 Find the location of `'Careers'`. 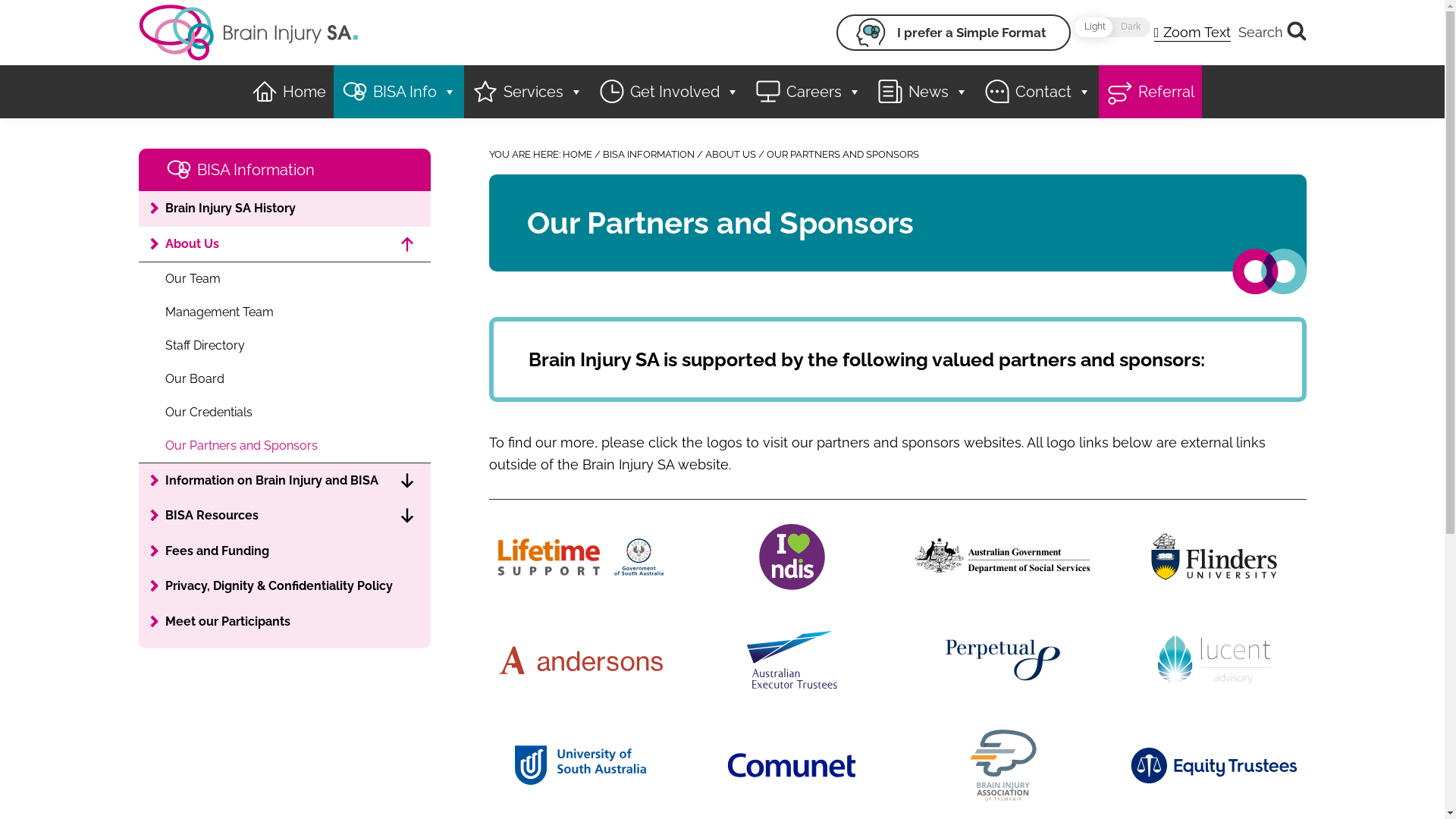

'Careers' is located at coordinates (745, 91).